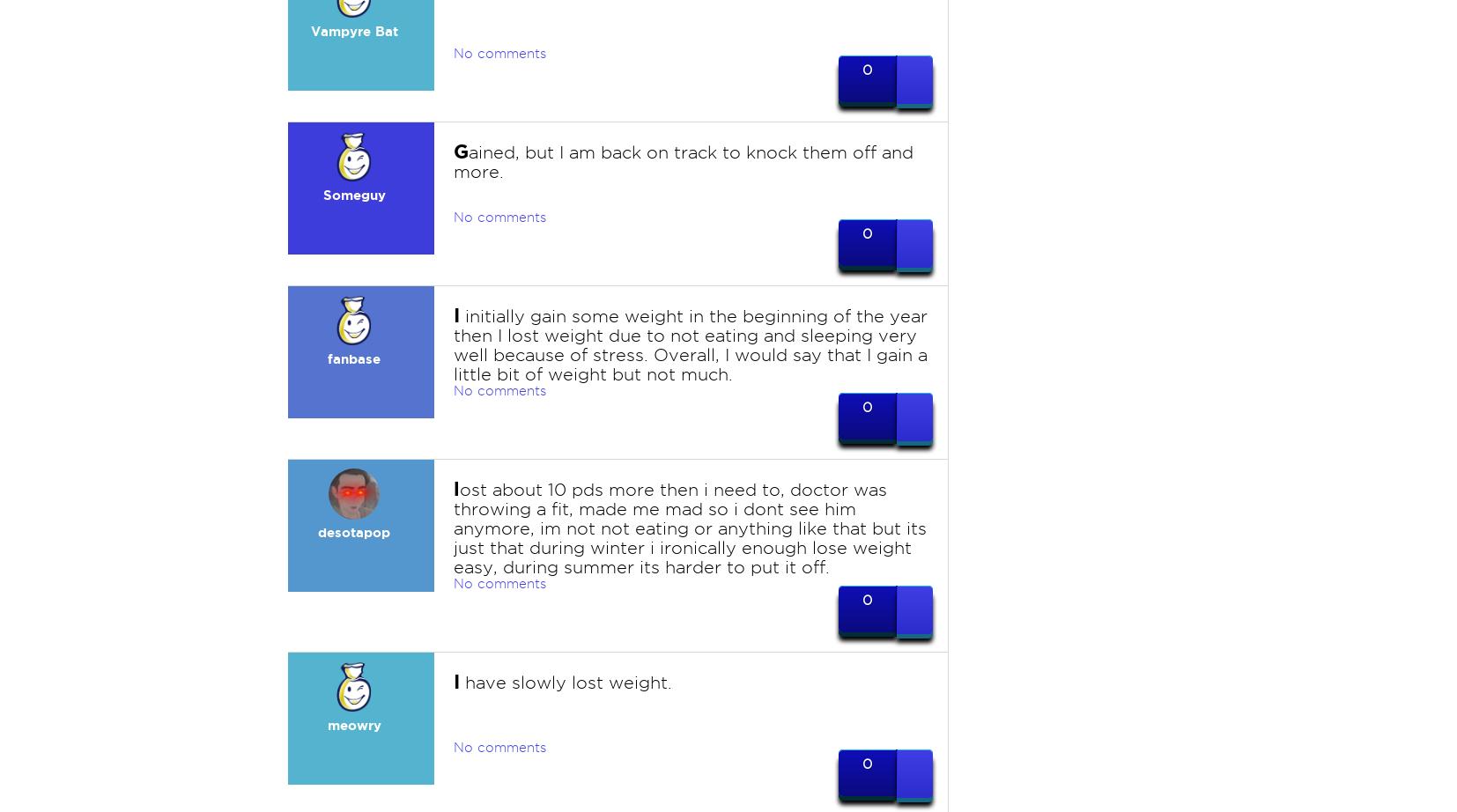  What do you see at coordinates (689, 528) in the screenshot?
I see `'ost about 10 pds more then i need to, doctor was throwing a fit, made me mad so i dont see him anymore, im not not eating or anything like that but its just that during winter i ironically enough lose weight easy, during summer its harder to put it off.'` at bounding box center [689, 528].